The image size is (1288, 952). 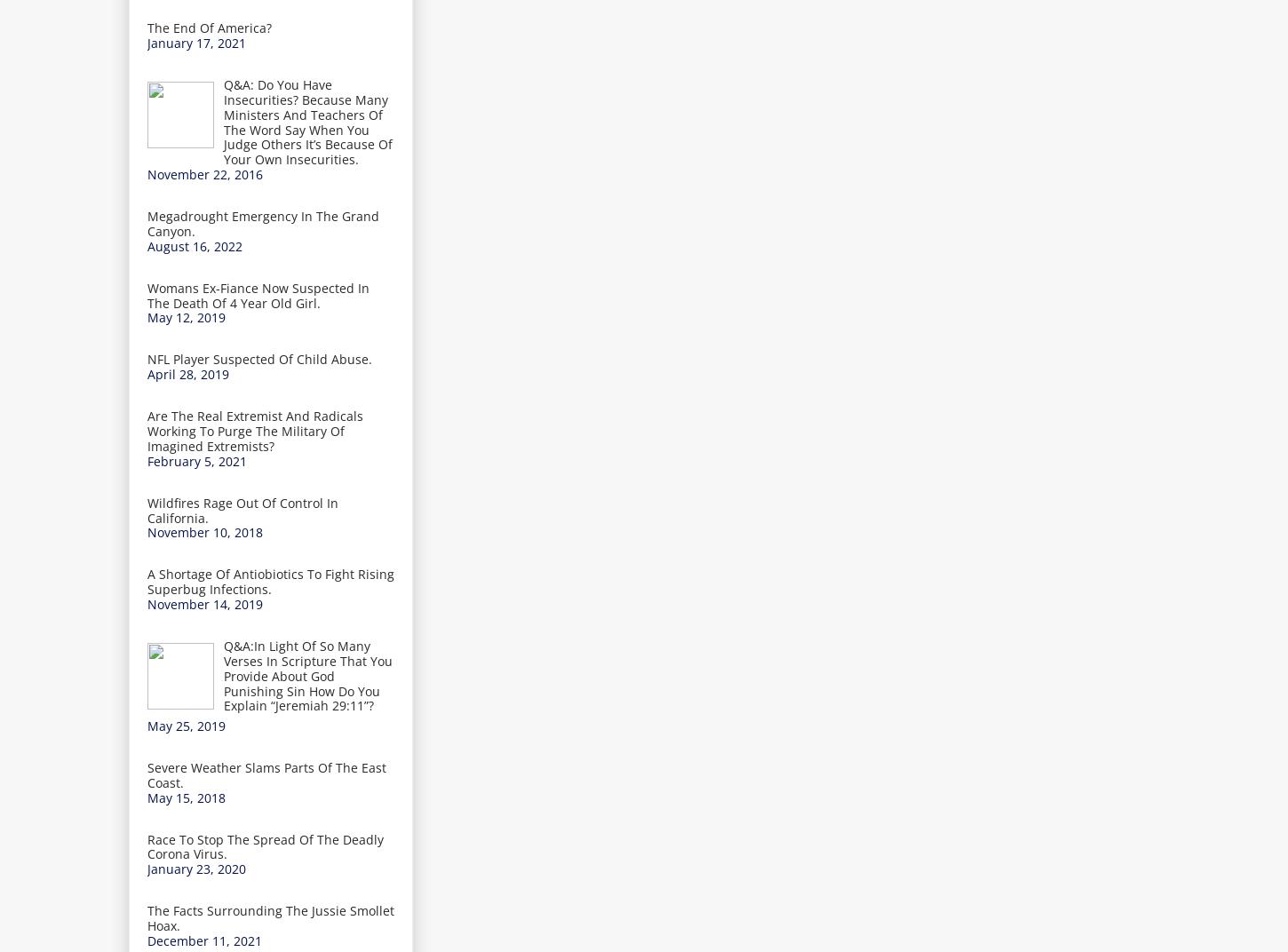 I want to click on 'May 15, 2018', so click(x=185, y=797).